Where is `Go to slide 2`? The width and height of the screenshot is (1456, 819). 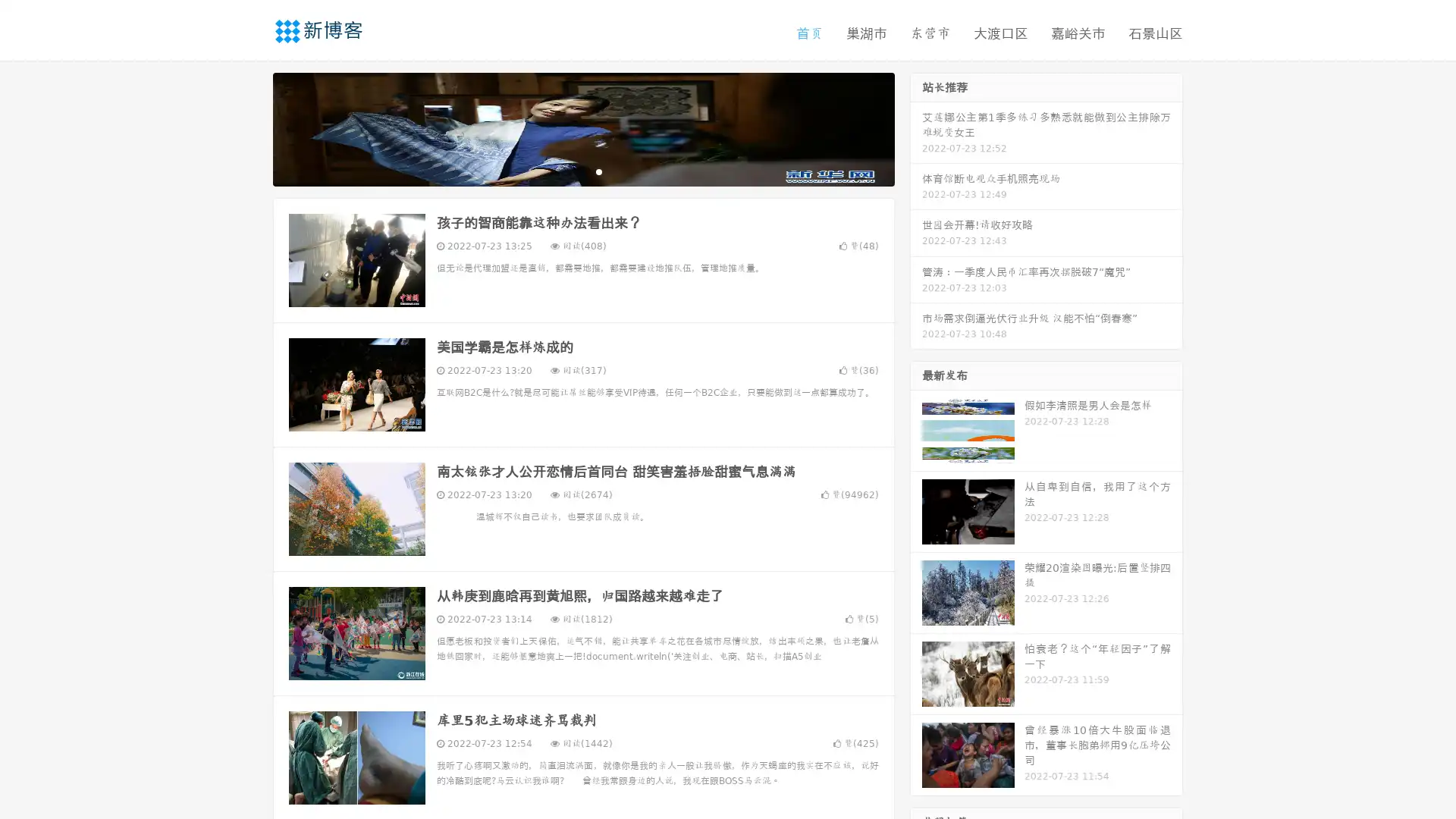 Go to slide 2 is located at coordinates (582, 171).